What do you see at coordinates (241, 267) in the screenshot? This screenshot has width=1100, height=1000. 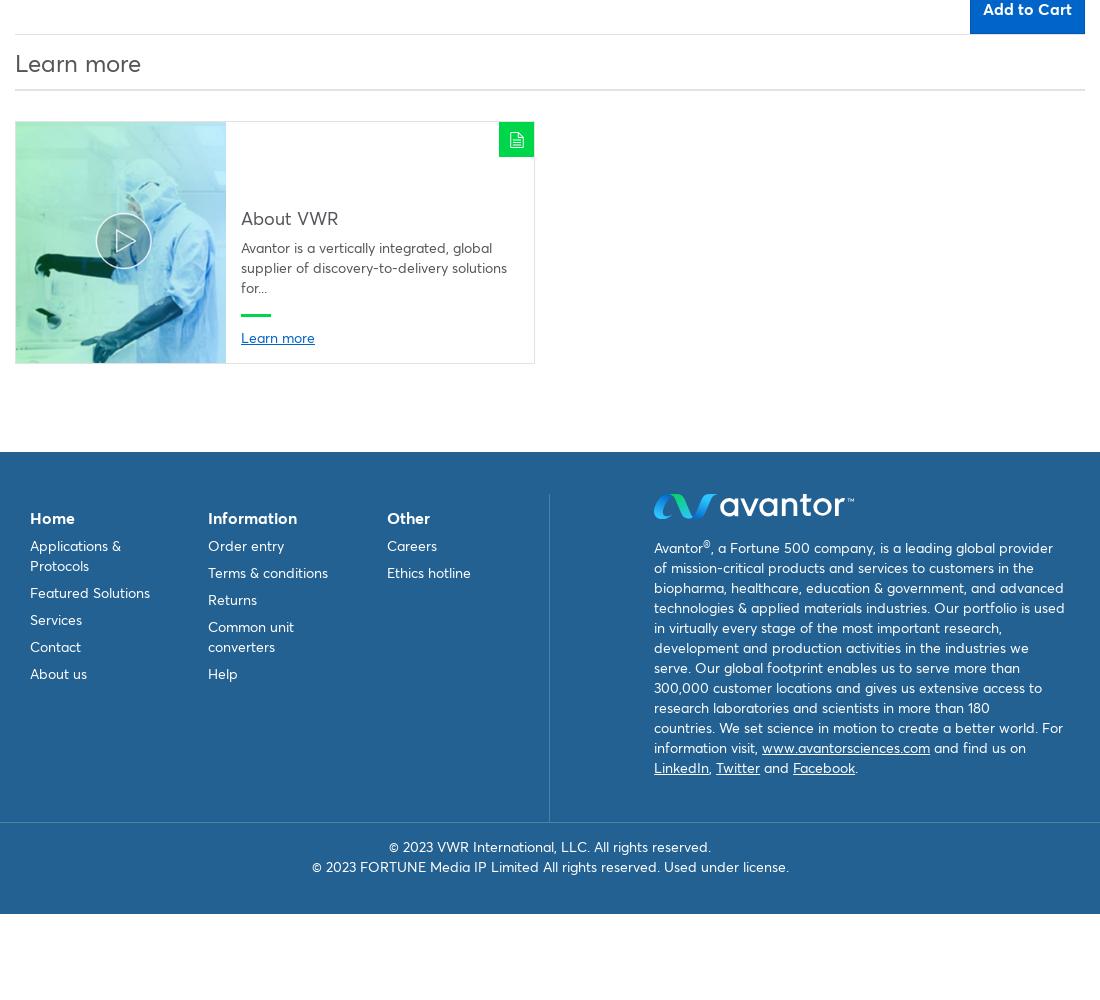 I see `'Avantor is a vertically integrated, global supplier of discovery-to-delivery solutions for...'` at bounding box center [241, 267].